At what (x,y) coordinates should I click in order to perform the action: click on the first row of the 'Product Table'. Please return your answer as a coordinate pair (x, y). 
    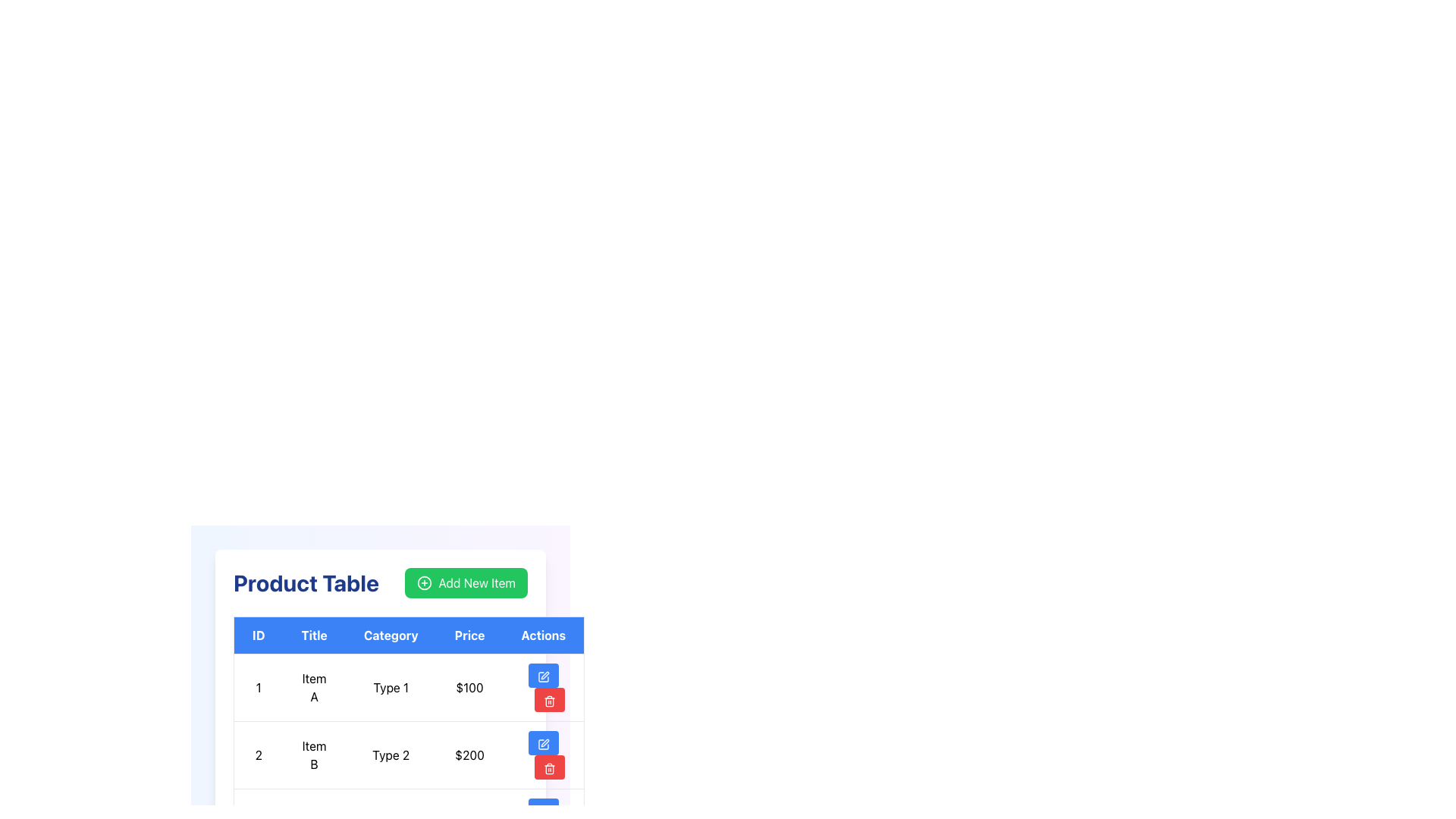
    Looking at the image, I should click on (409, 687).